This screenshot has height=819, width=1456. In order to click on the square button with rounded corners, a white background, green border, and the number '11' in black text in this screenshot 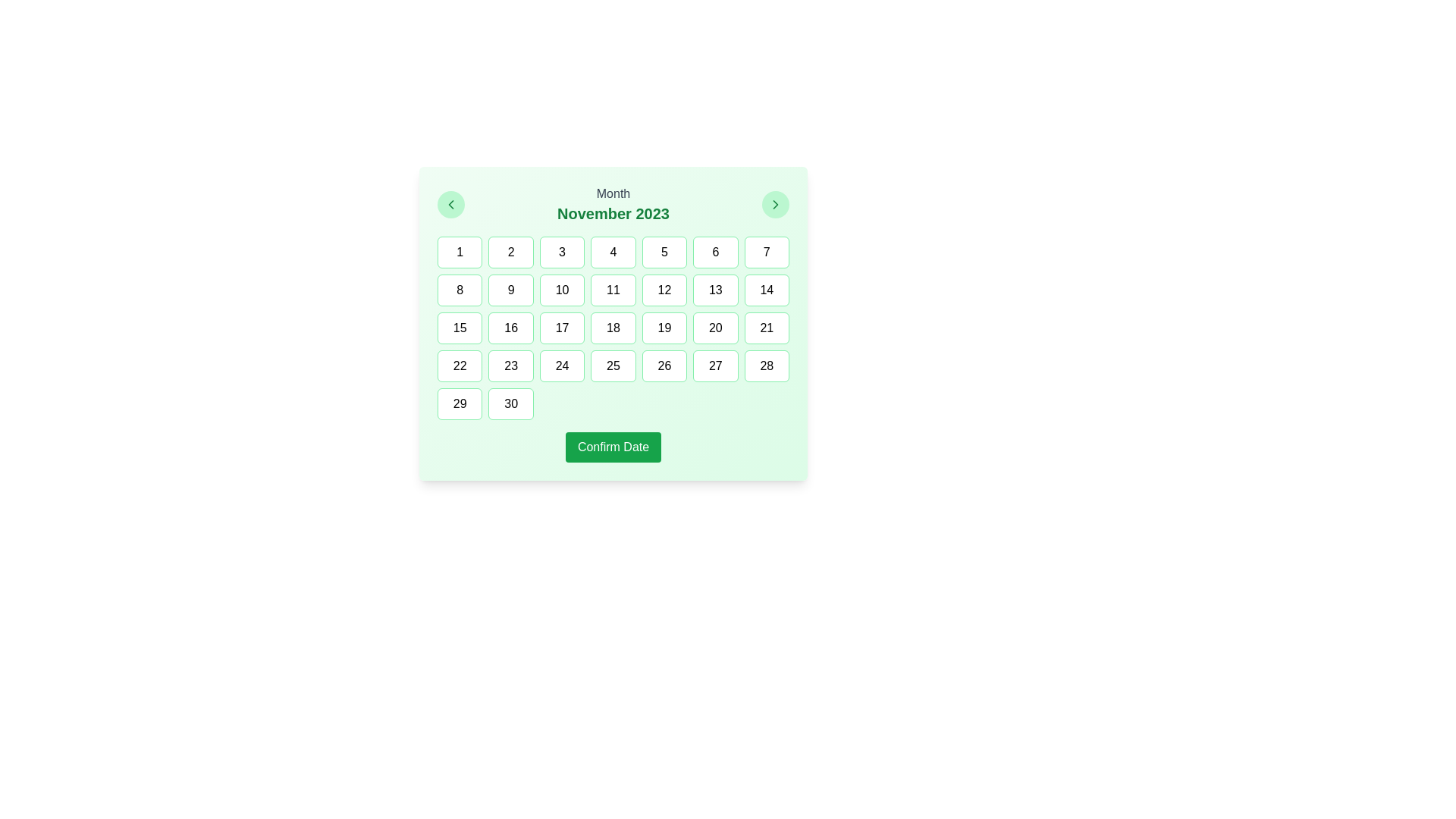, I will do `click(613, 290)`.